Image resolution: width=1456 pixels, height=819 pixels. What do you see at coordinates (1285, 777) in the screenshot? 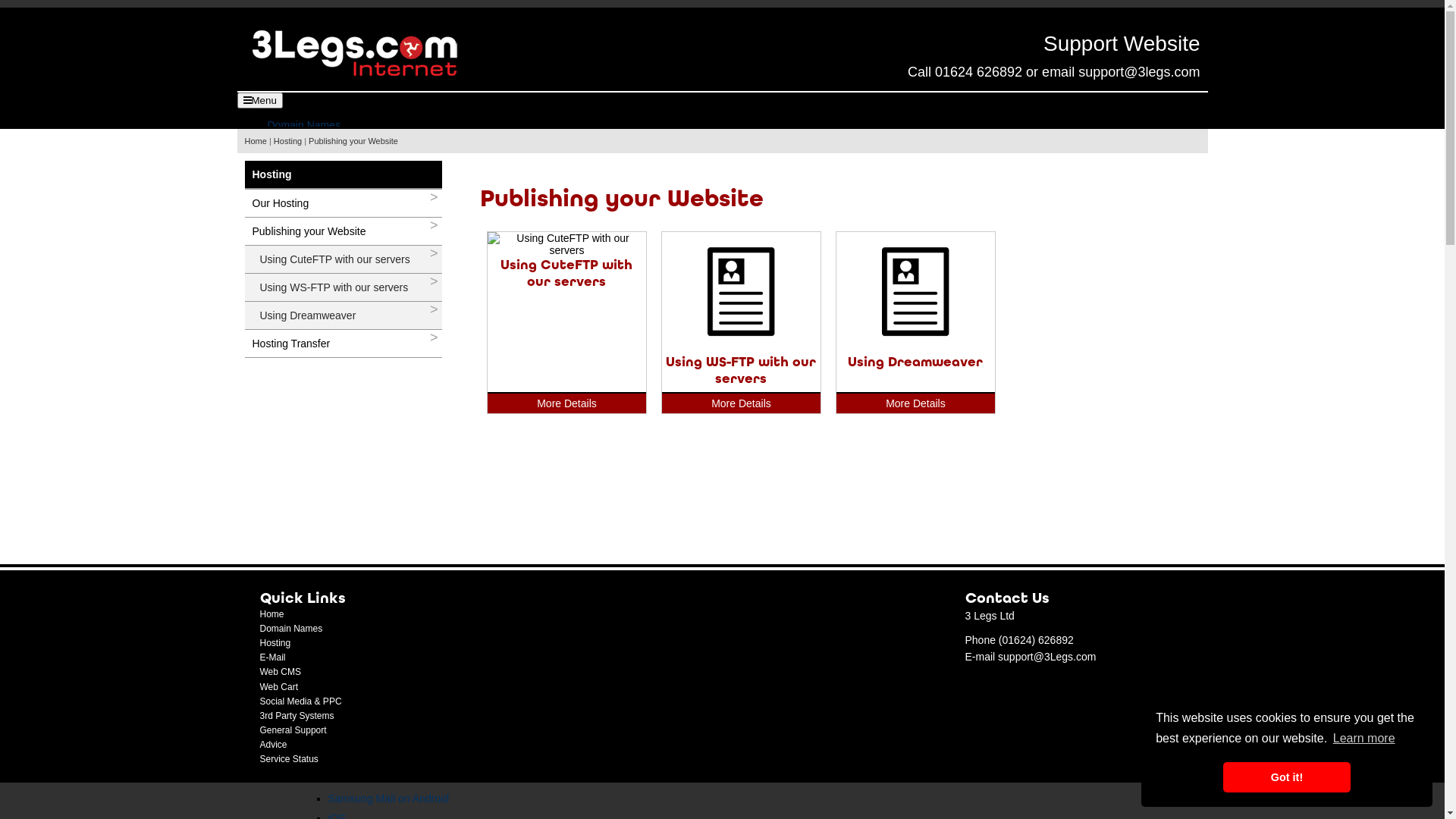
I see `'Got it!'` at bounding box center [1285, 777].